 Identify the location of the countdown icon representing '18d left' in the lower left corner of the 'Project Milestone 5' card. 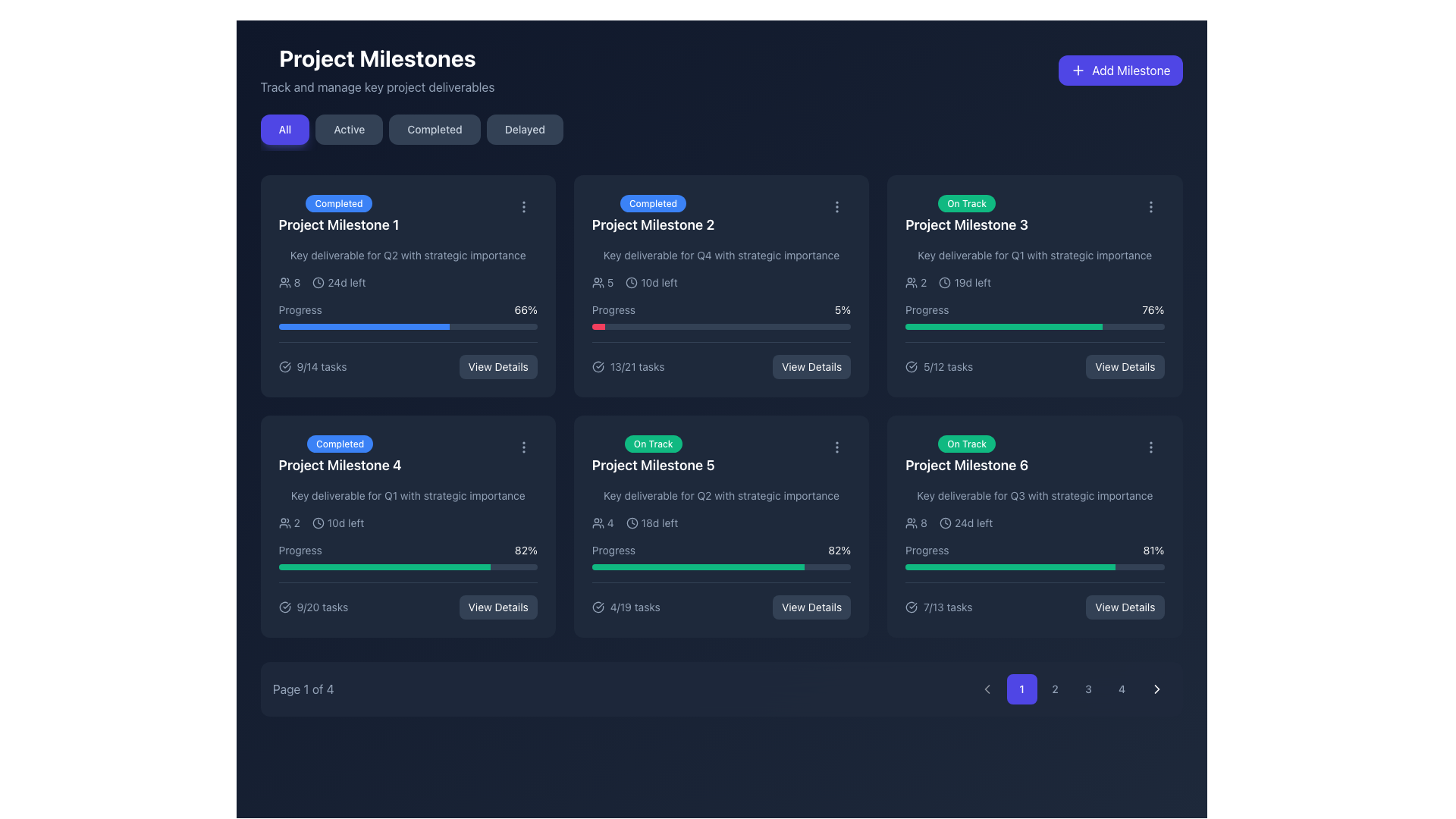
(632, 522).